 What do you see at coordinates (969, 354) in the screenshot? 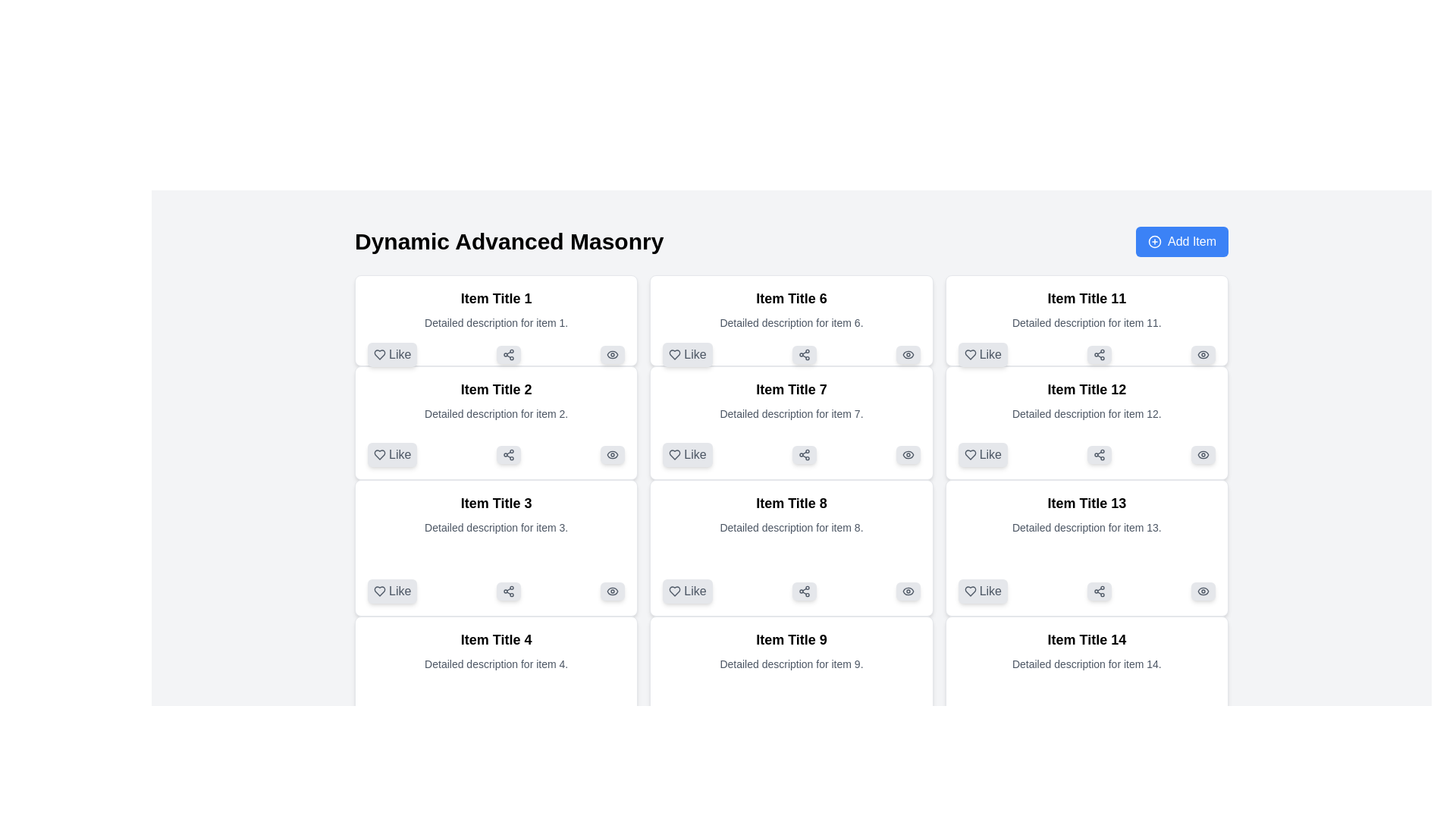
I see `the like icon button located in the bottom left corner of the rightmost card in the third row titled 'Item Title 11' to express approval for the item` at bounding box center [969, 354].